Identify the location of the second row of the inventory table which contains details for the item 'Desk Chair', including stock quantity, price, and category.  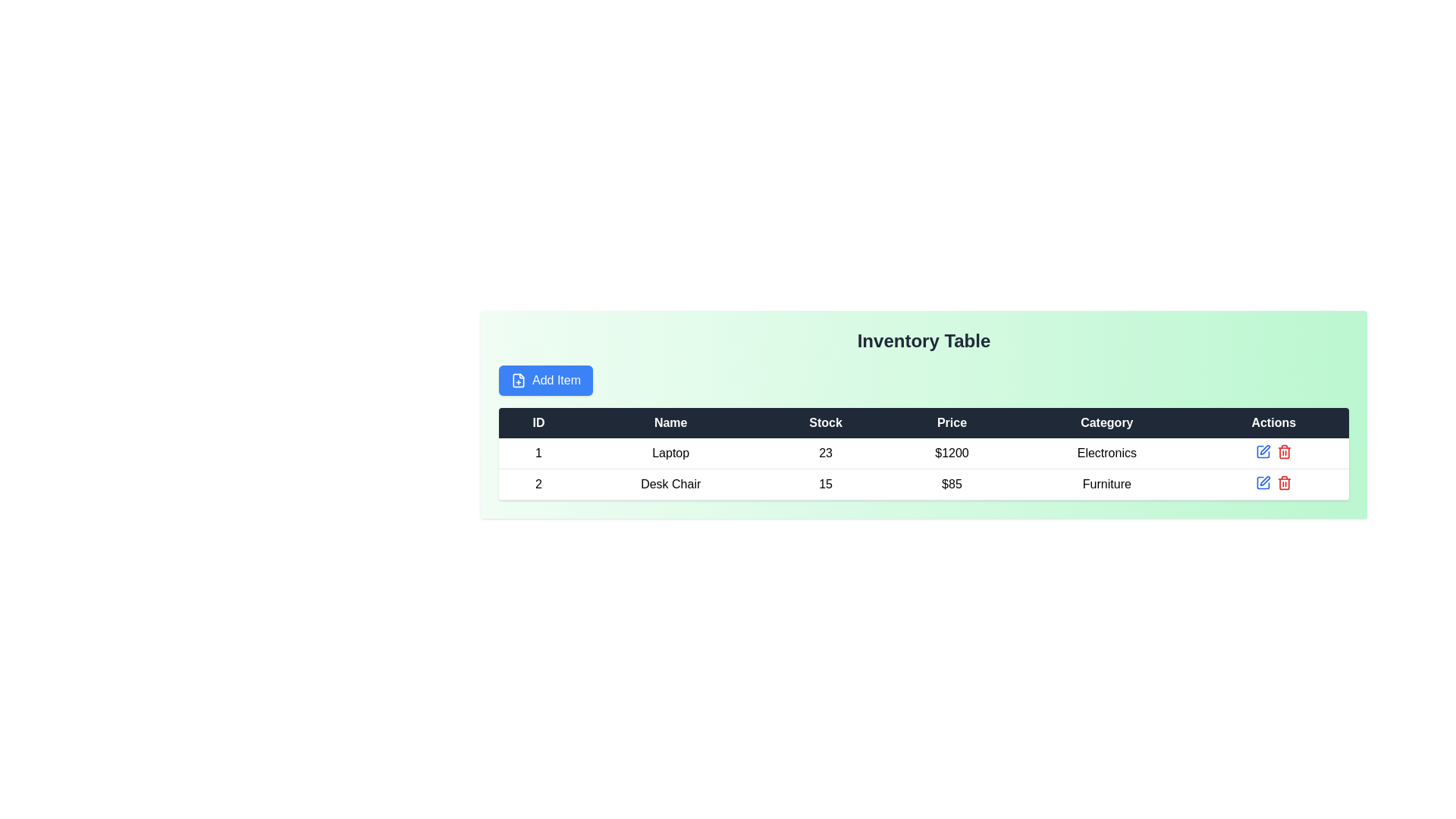
(923, 468).